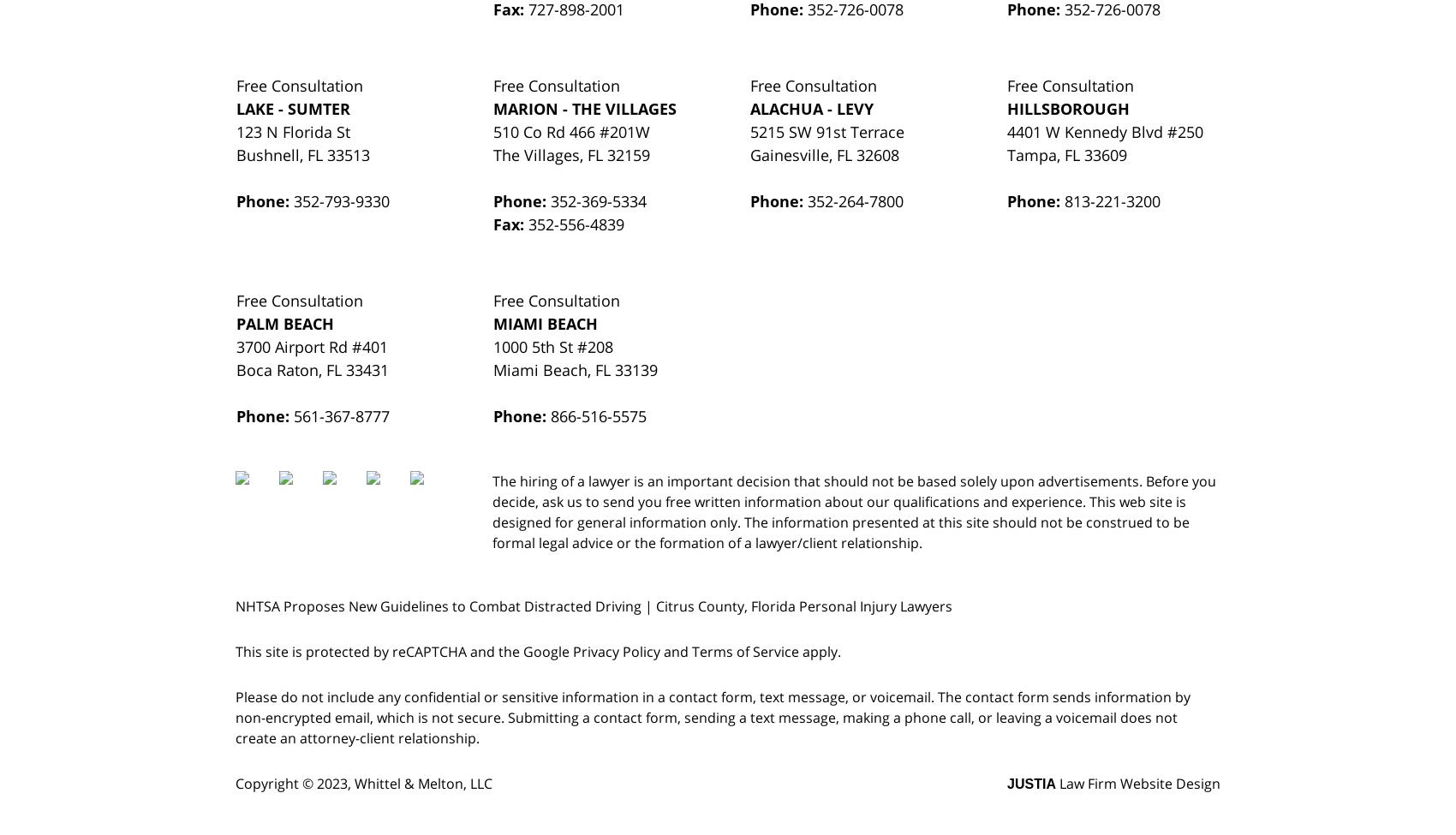  What do you see at coordinates (876, 153) in the screenshot?
I see `'32608'` at bounding box center [876, 153].